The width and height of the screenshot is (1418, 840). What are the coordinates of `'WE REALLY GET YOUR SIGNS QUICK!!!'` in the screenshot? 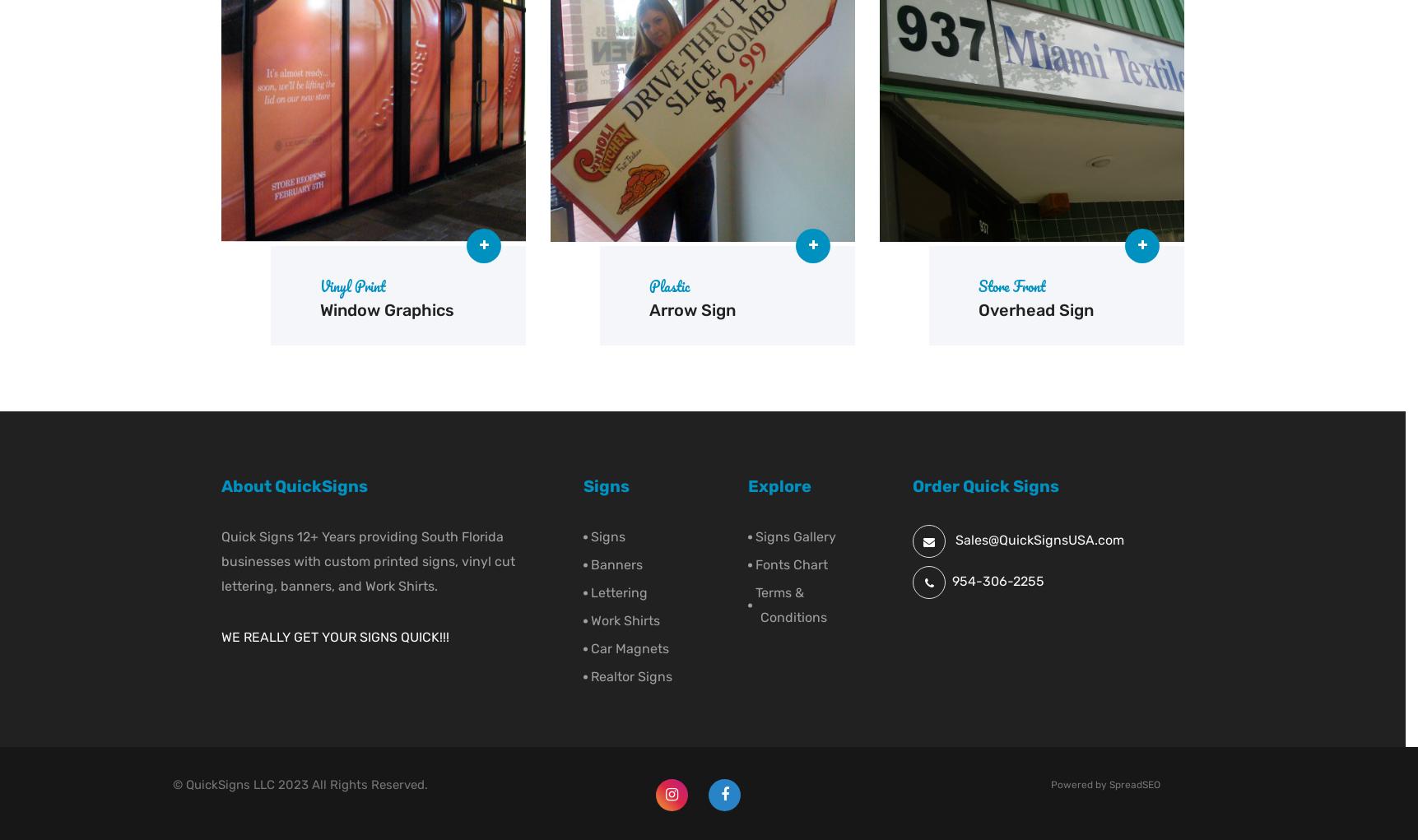 It's located at (335, 637).